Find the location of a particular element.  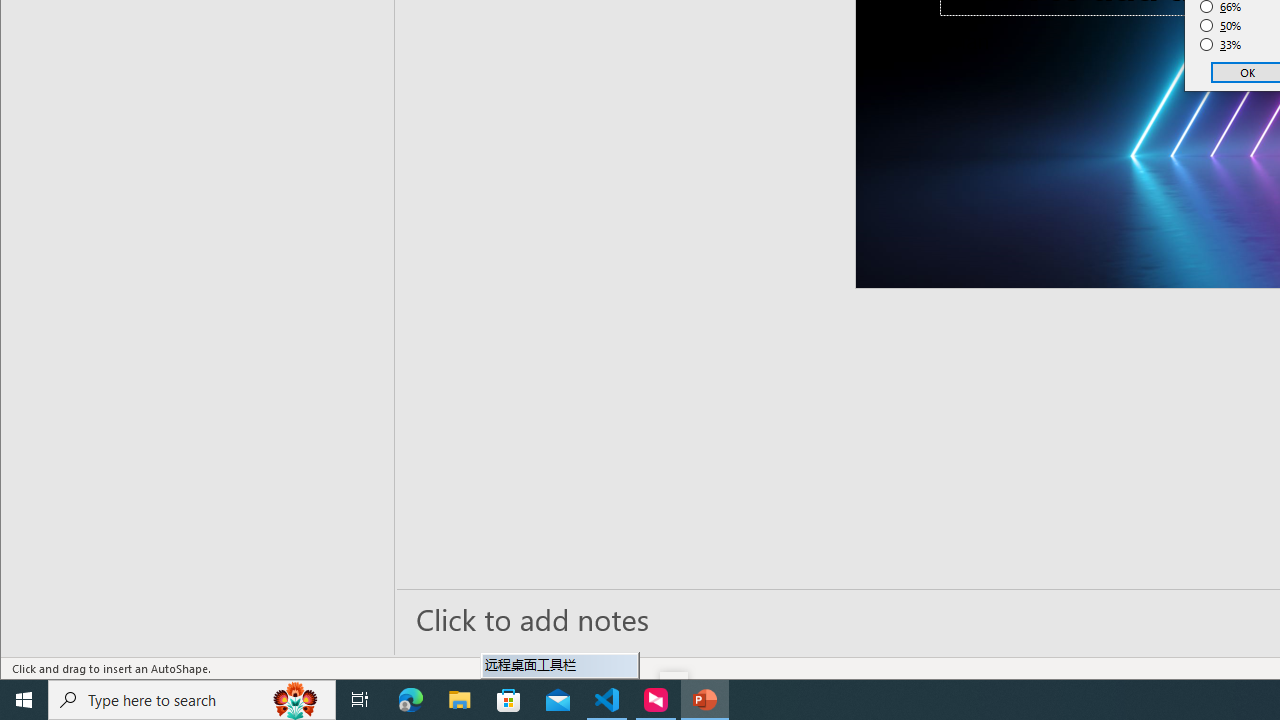

'33%' is located at coordinates (1220, 45).